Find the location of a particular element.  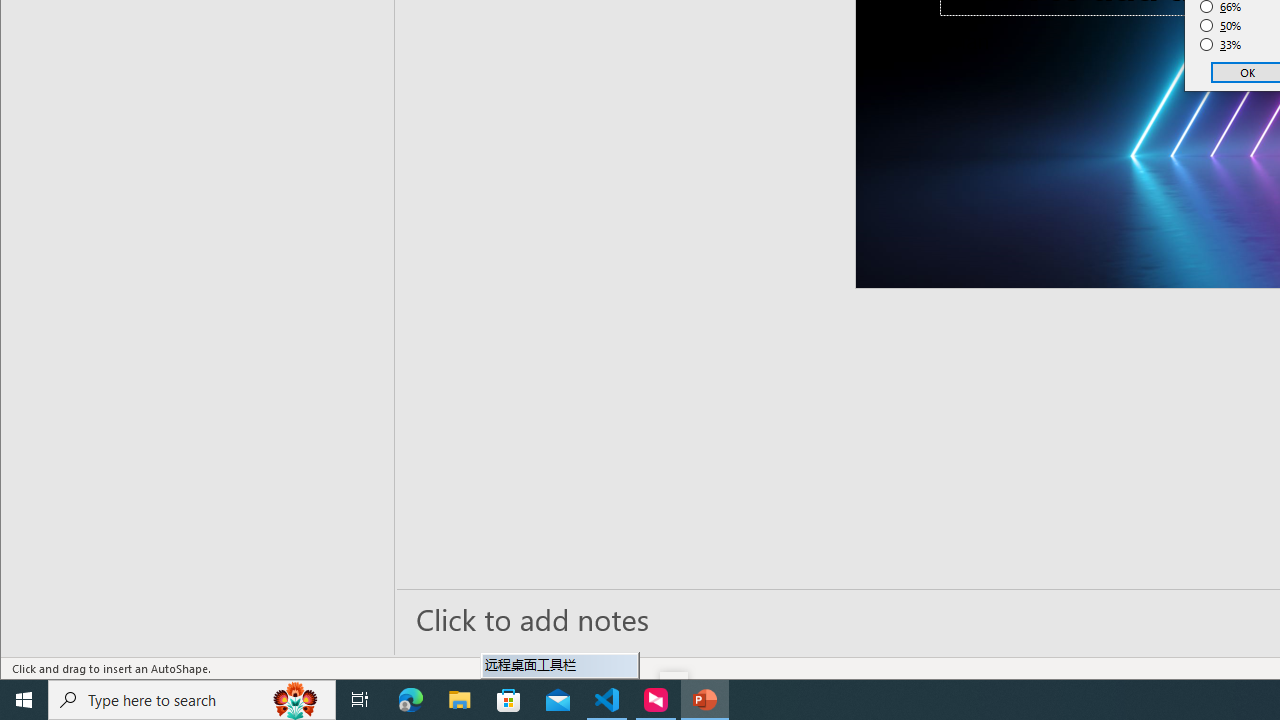

'33%' is located at coordinates (1220, 45).